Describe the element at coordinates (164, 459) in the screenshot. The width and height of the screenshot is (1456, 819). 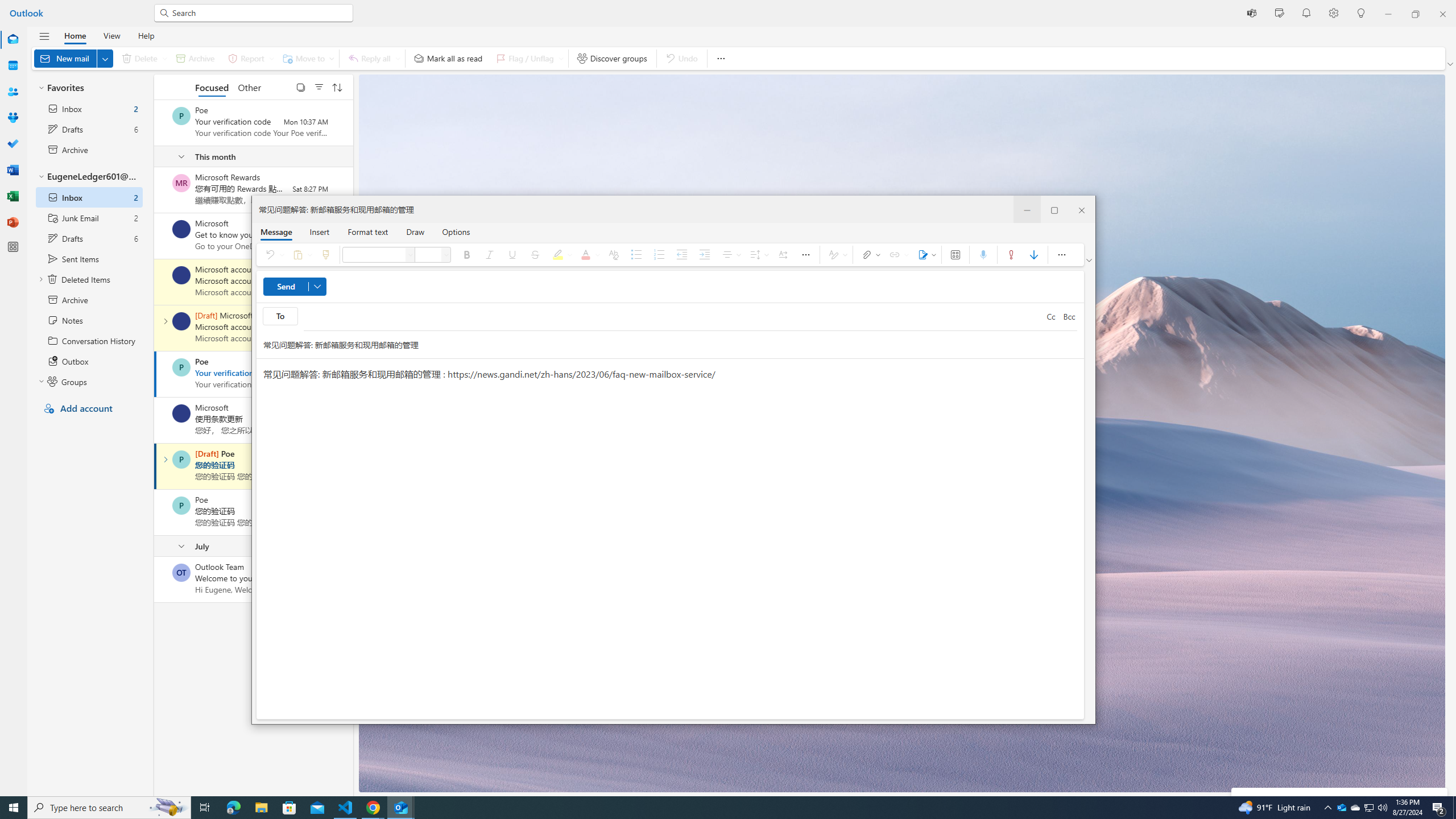
I see `'Expand conversation'` at that location.